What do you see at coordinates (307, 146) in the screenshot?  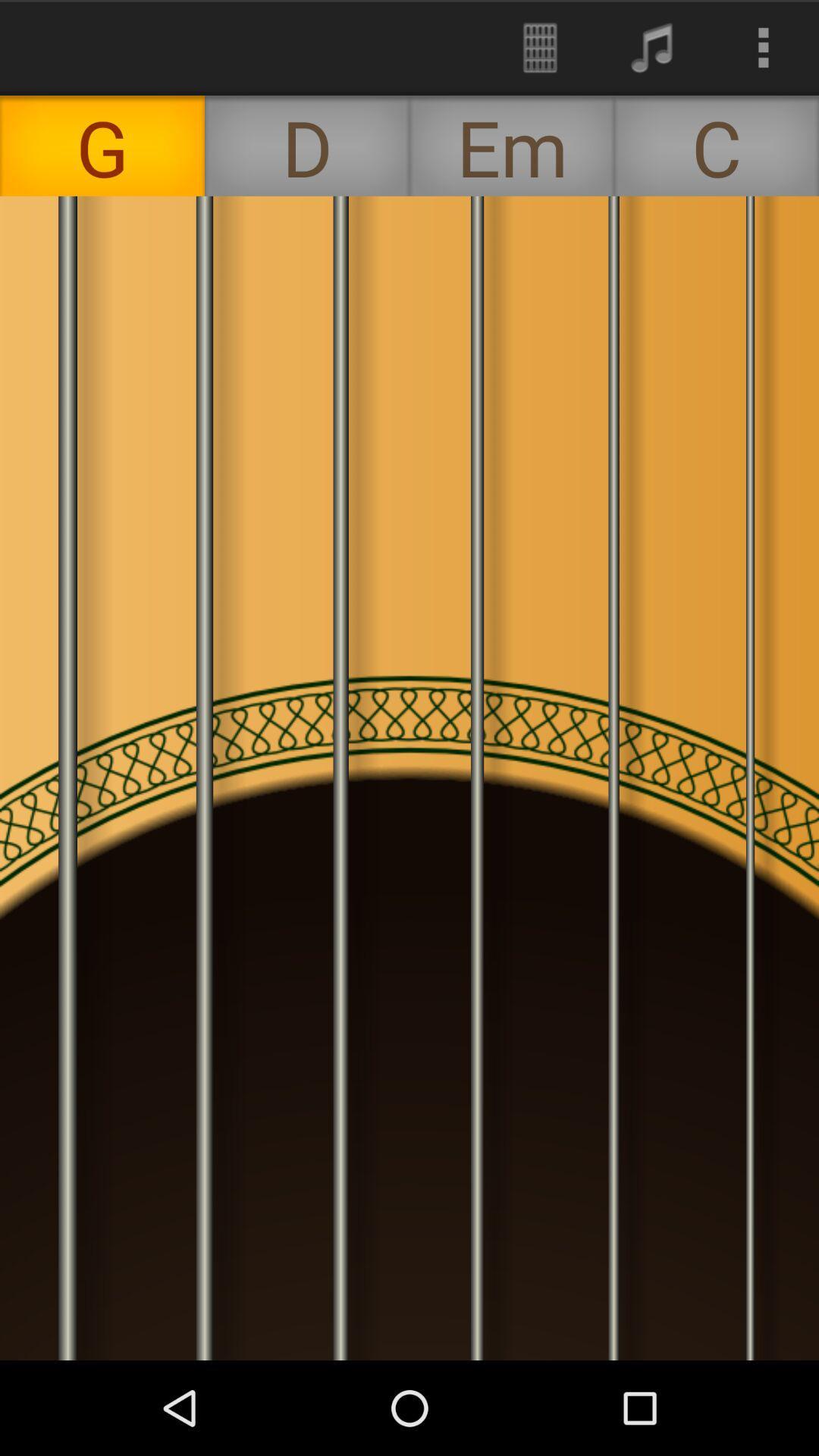 I see `the item to the right of g` at bounding box center [307, 146].